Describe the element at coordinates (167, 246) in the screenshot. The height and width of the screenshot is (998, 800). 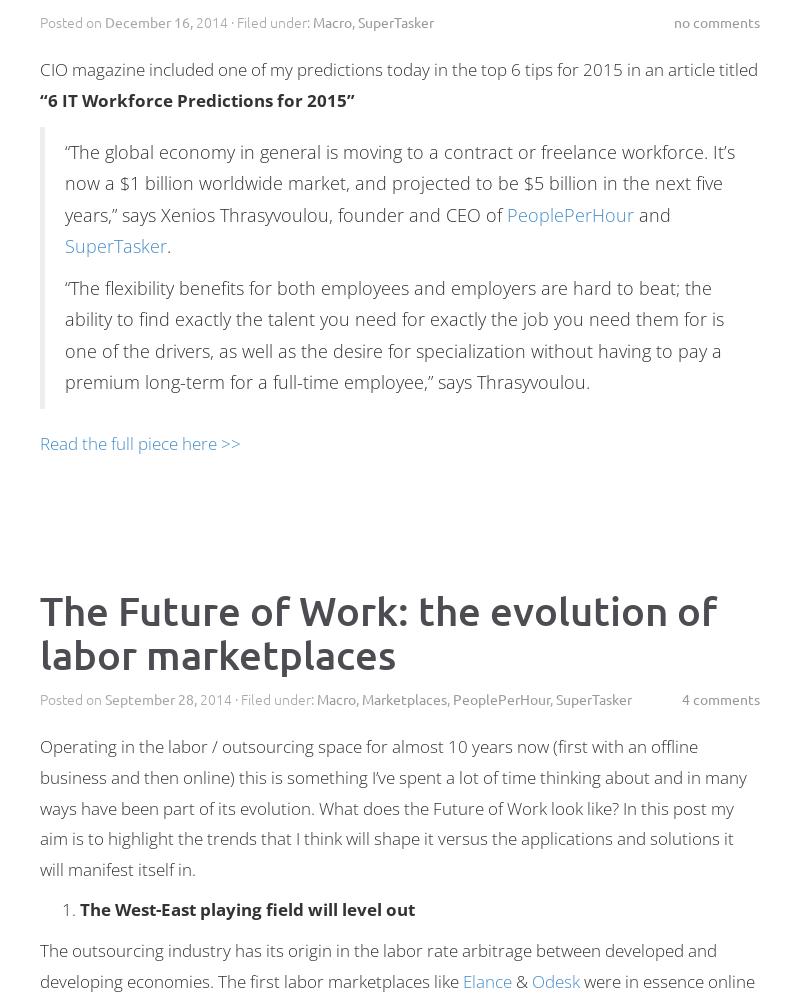
I see `'.'` at that location.